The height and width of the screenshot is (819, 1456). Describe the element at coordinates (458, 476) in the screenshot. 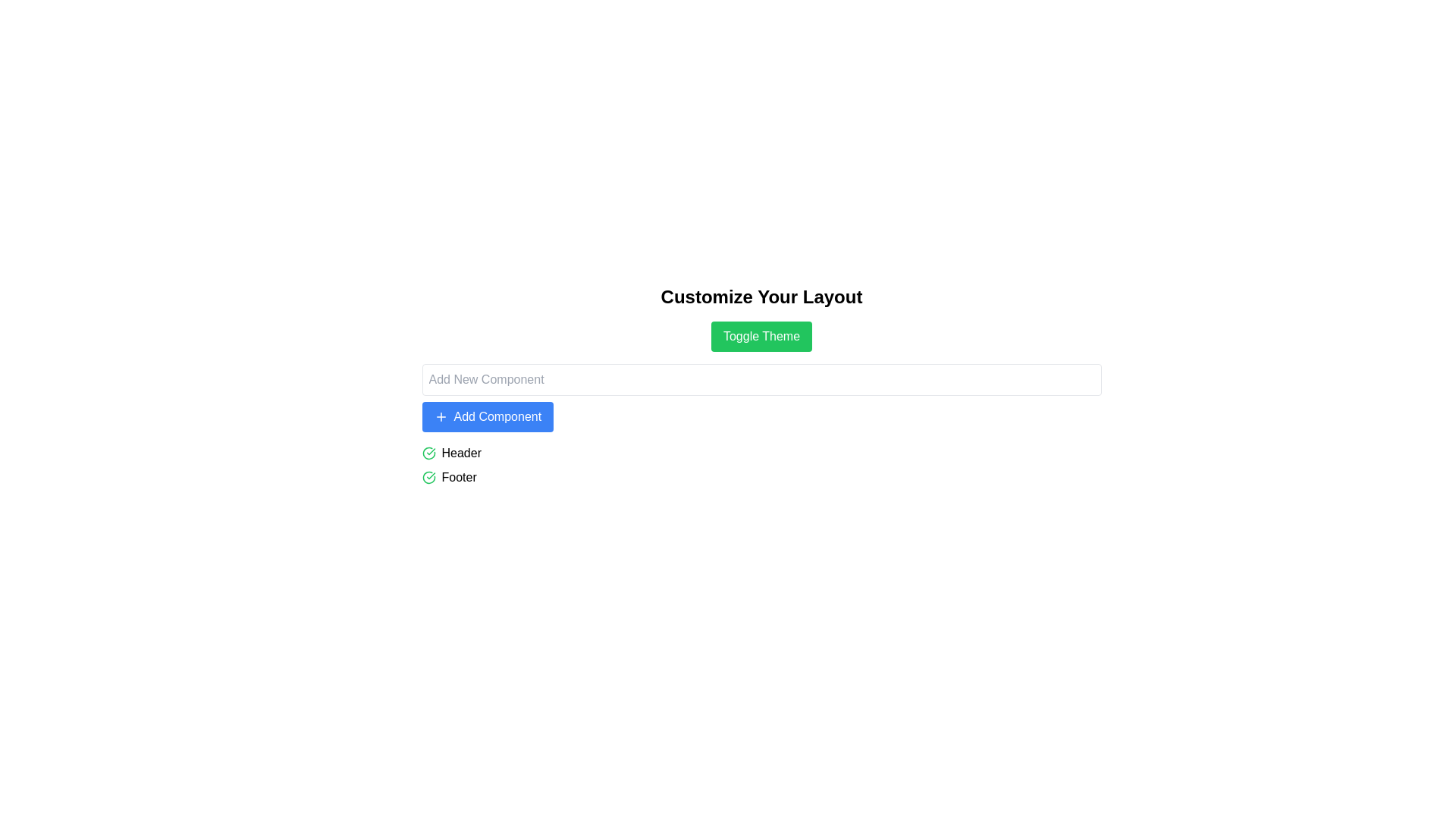

I see `the 'Footer' text label, which is the second item in the vertical list below the 'Header' text and aligned with it, contained within the same box as the green checkmark icon` at that location.